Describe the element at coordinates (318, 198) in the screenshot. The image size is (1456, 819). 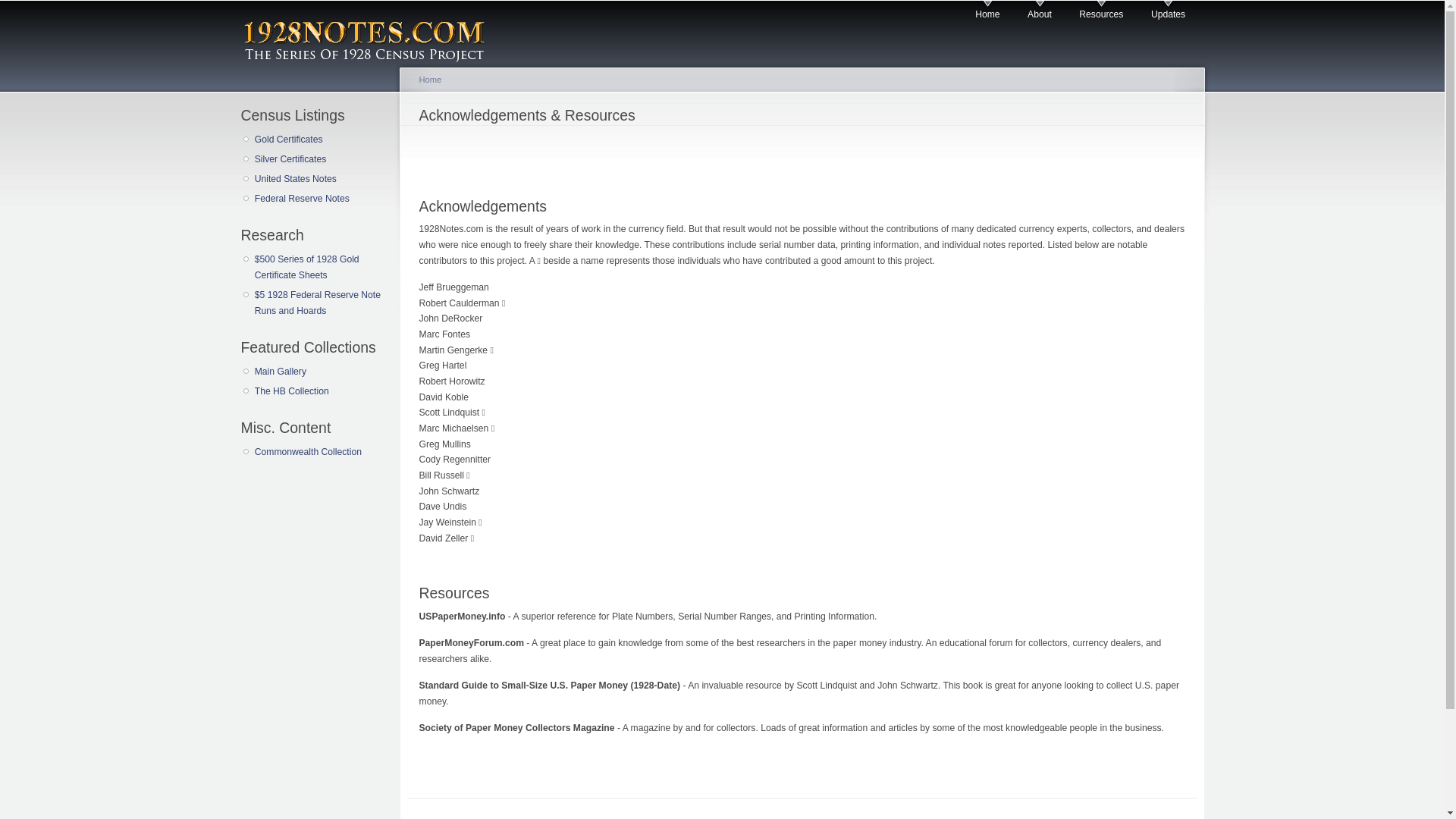
I see `'Federal Reserve Notes'` at that location.